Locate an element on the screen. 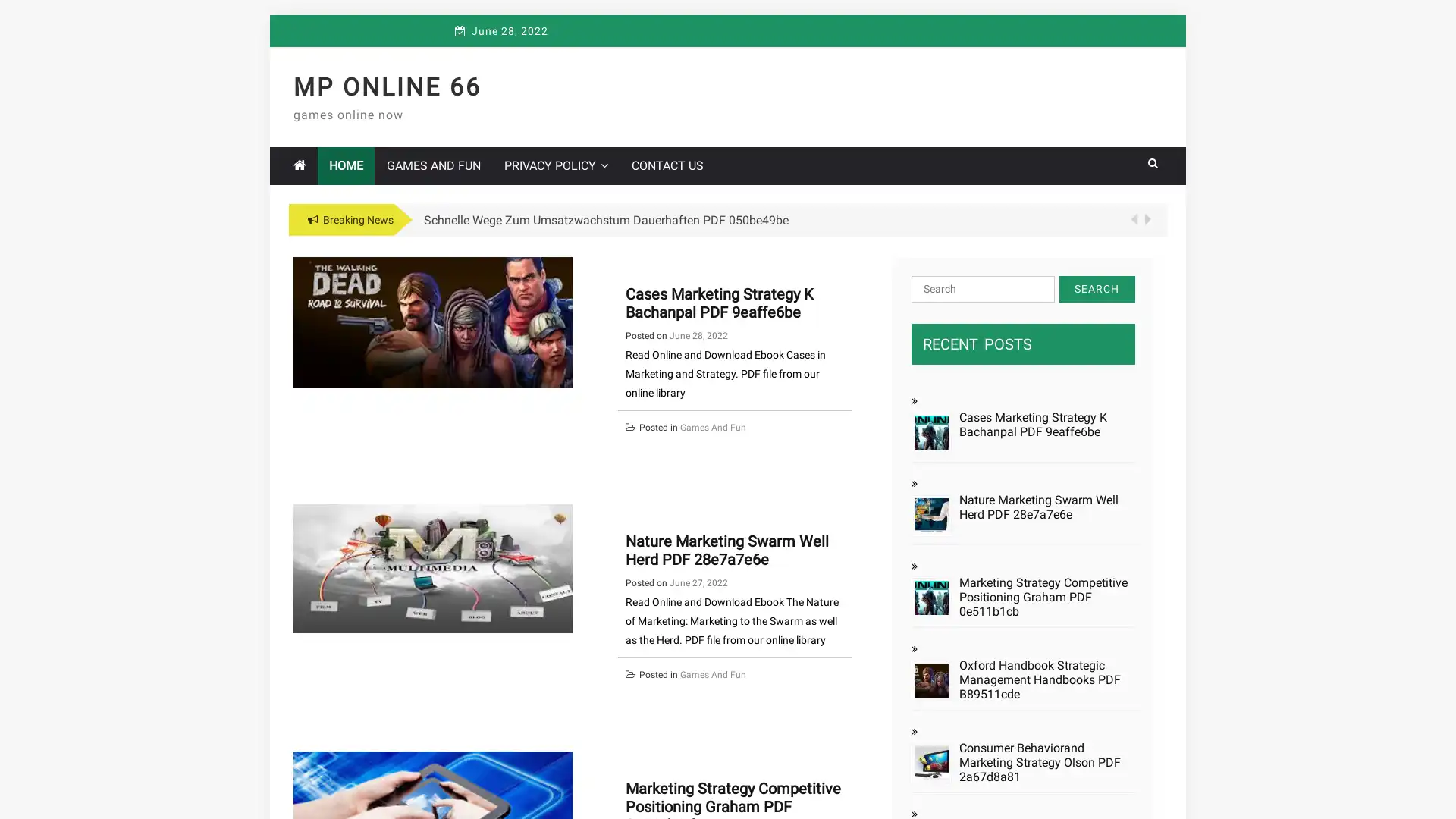  Search is located at coordinates (1096, 288).